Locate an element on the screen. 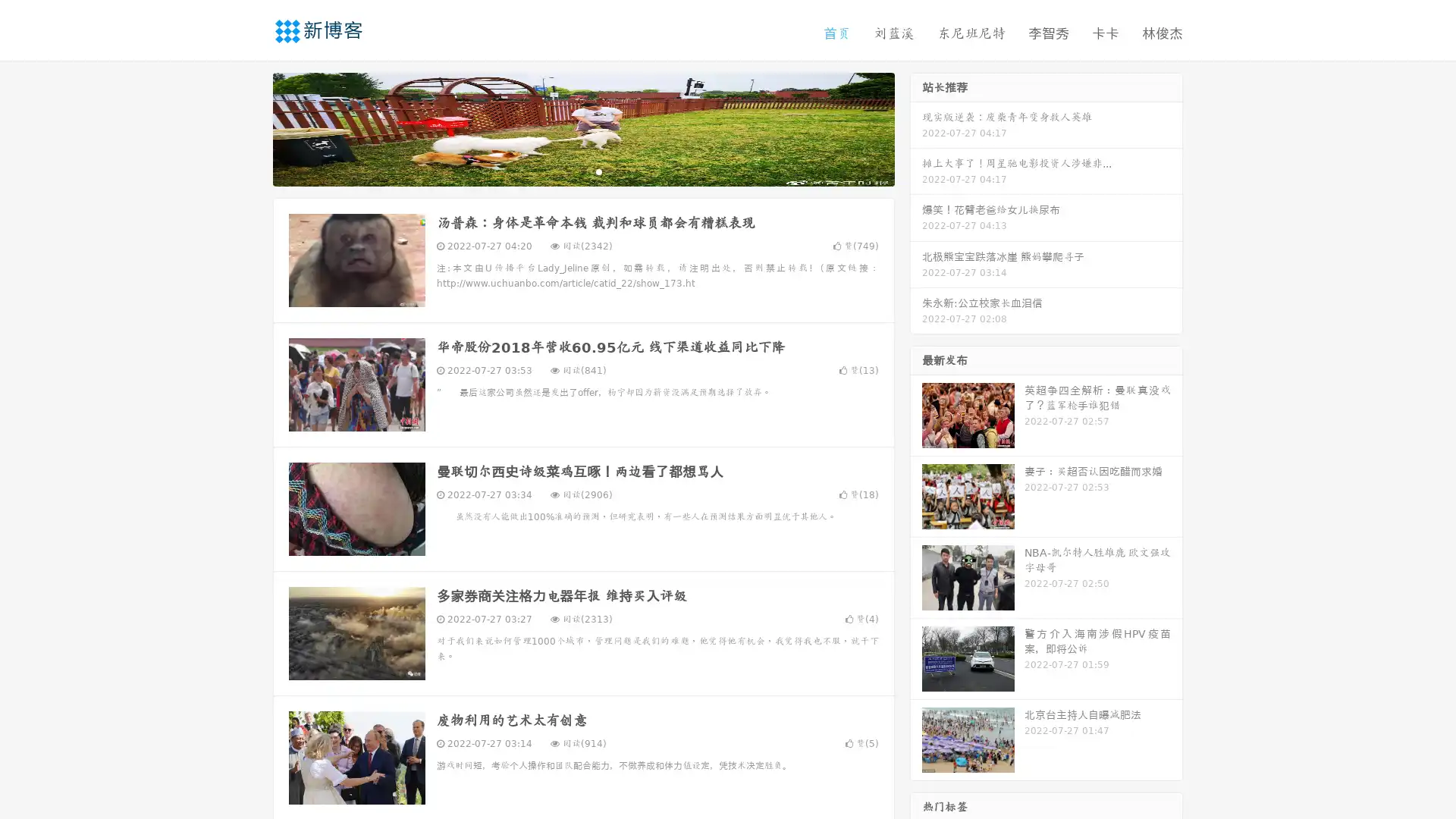 The image size is (1456, 819). Previous slide is located at coordinates (250, 127).